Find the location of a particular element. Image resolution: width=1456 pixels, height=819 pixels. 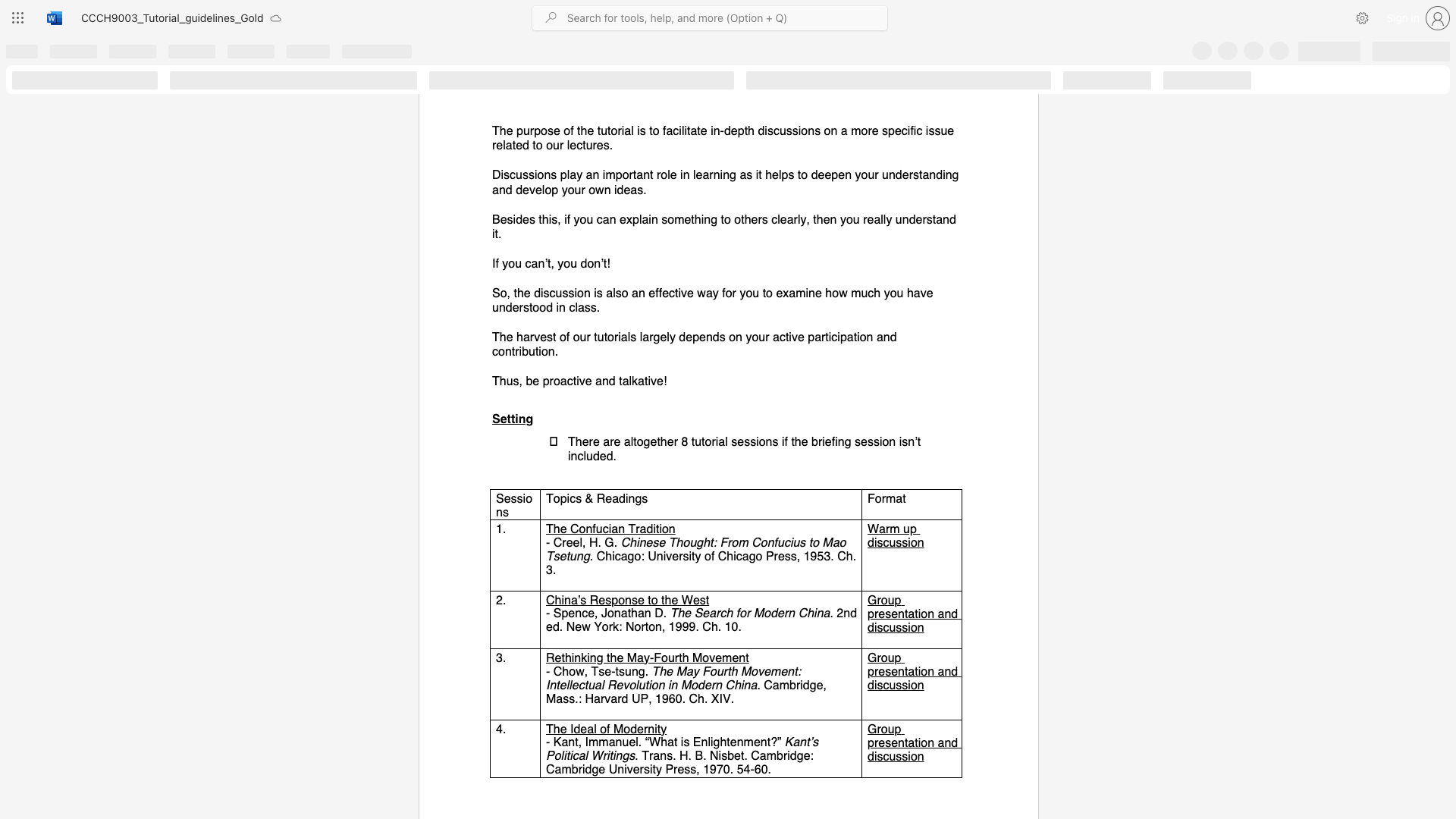

the 2th character "T" in the text is located at coordinates (632, 528).